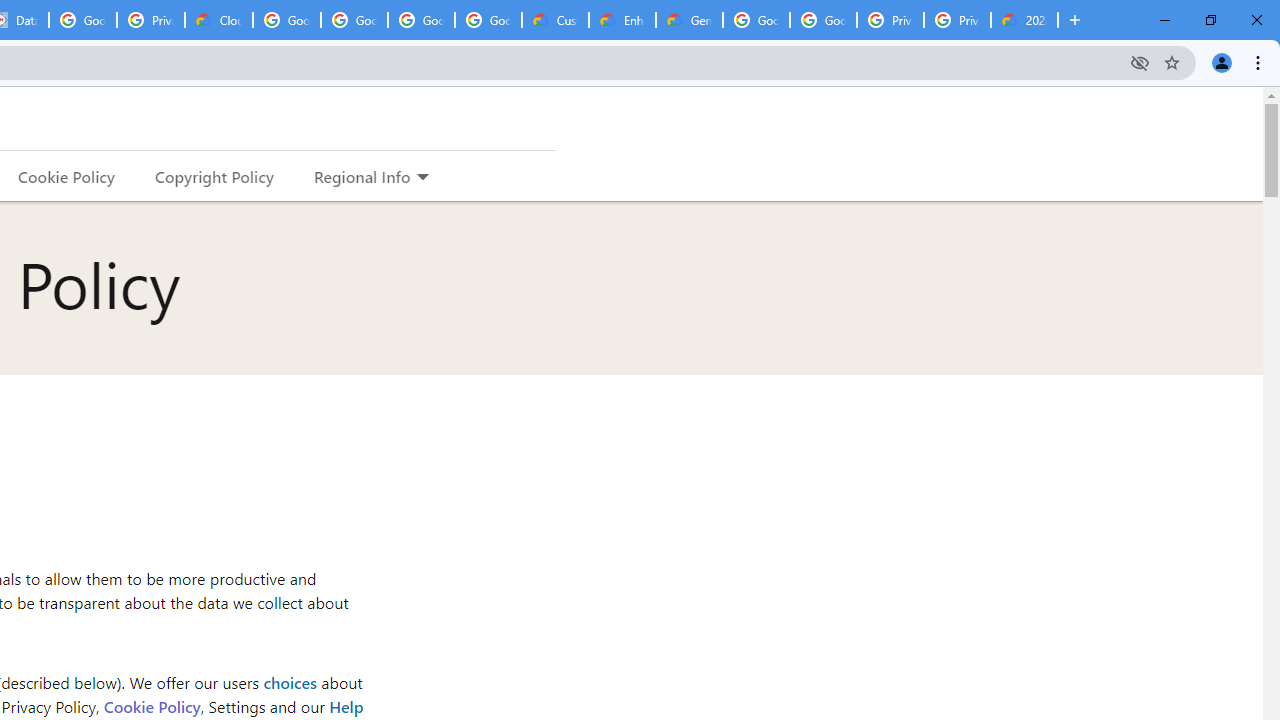 This screenshot has height=720, width=1280. I want to click on 'Enhanced Support | Google Cloud', so click(621, 20).